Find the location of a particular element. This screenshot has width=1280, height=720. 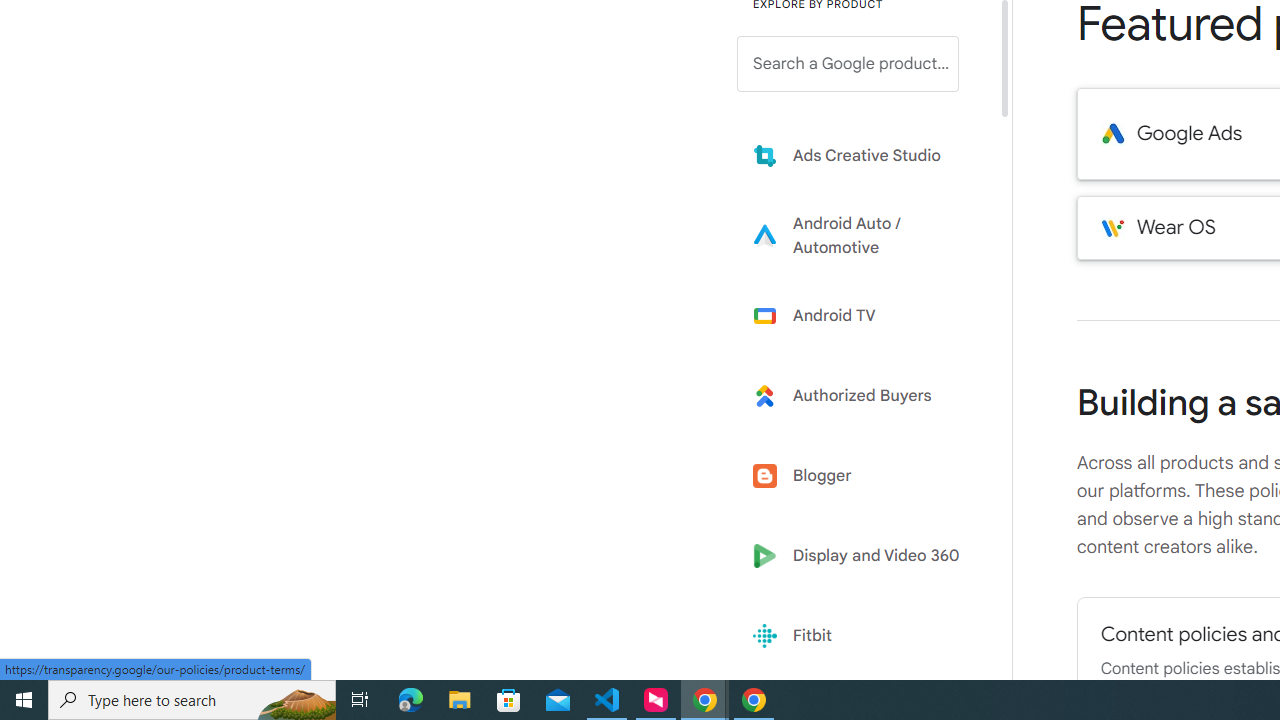

'Display and Video 360' is located at coordinates (862, 556).